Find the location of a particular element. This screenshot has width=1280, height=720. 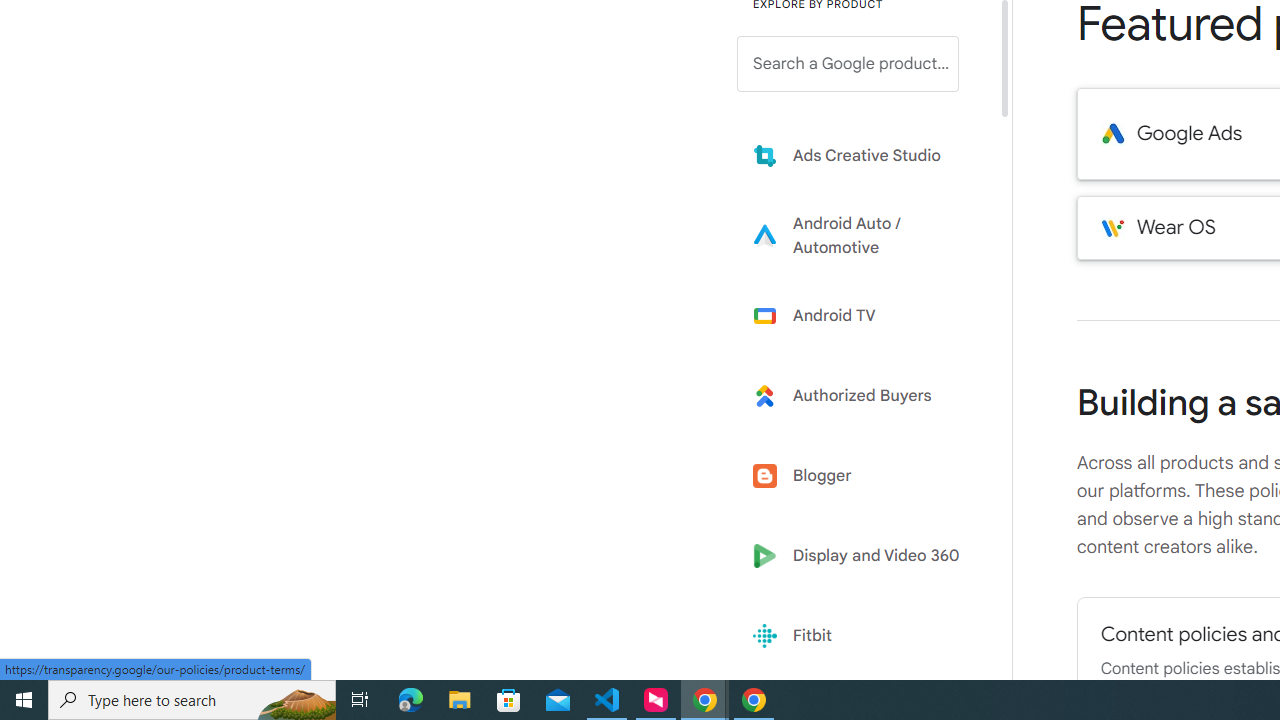

'Display and Video 360' is located at coordinates (862, 556).